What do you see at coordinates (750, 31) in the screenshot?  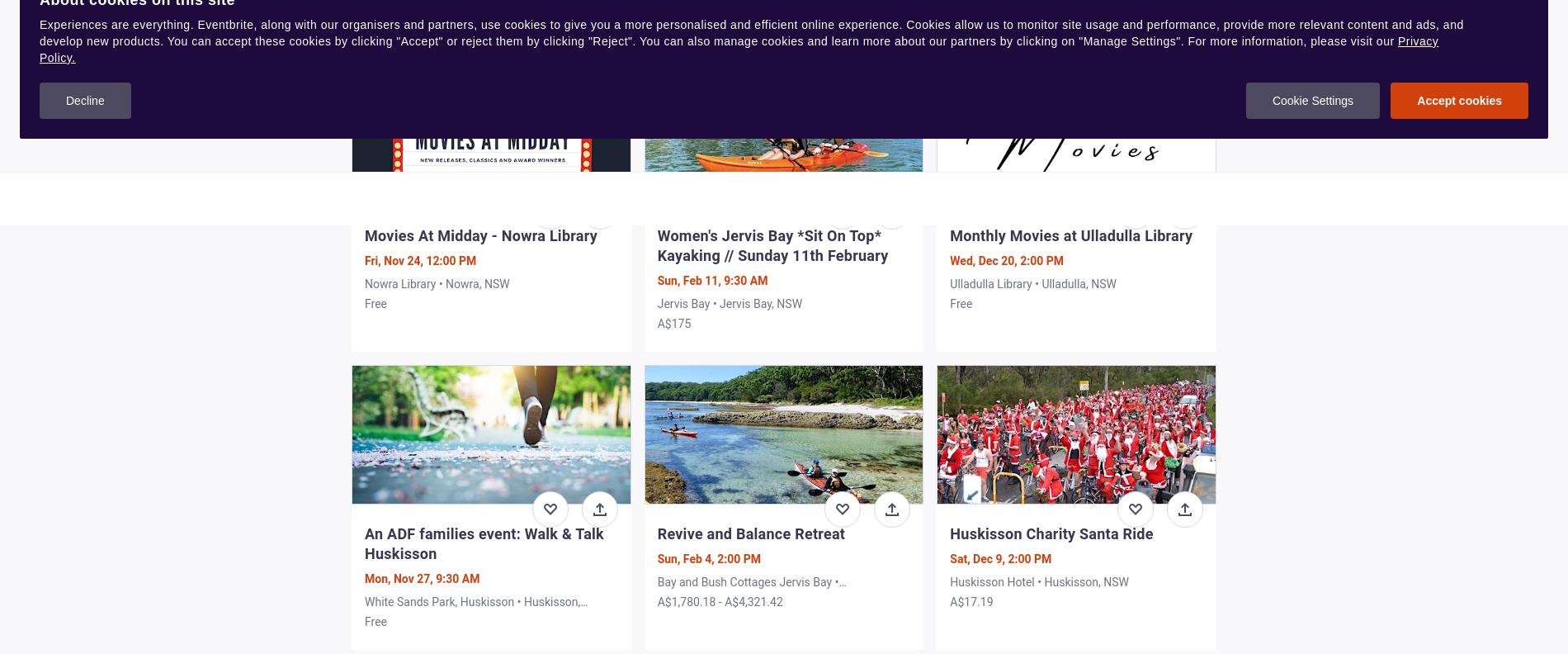 I see `'Experiences are everything. Eventbrite, along with our organisers and partners, use cookies to give you a more personalised and efficient online experience. Cookies allow us to monitor site usage and performance, provide more relevant content and ads, and develop new products. You can accept these cookies by clicking "Accept" or reject them by clicking "Reject". You can also manage cookies and learn more about our partners by clicking on "Manage Settings".  For more information, please visit our'` at bounding box center [750, 31].